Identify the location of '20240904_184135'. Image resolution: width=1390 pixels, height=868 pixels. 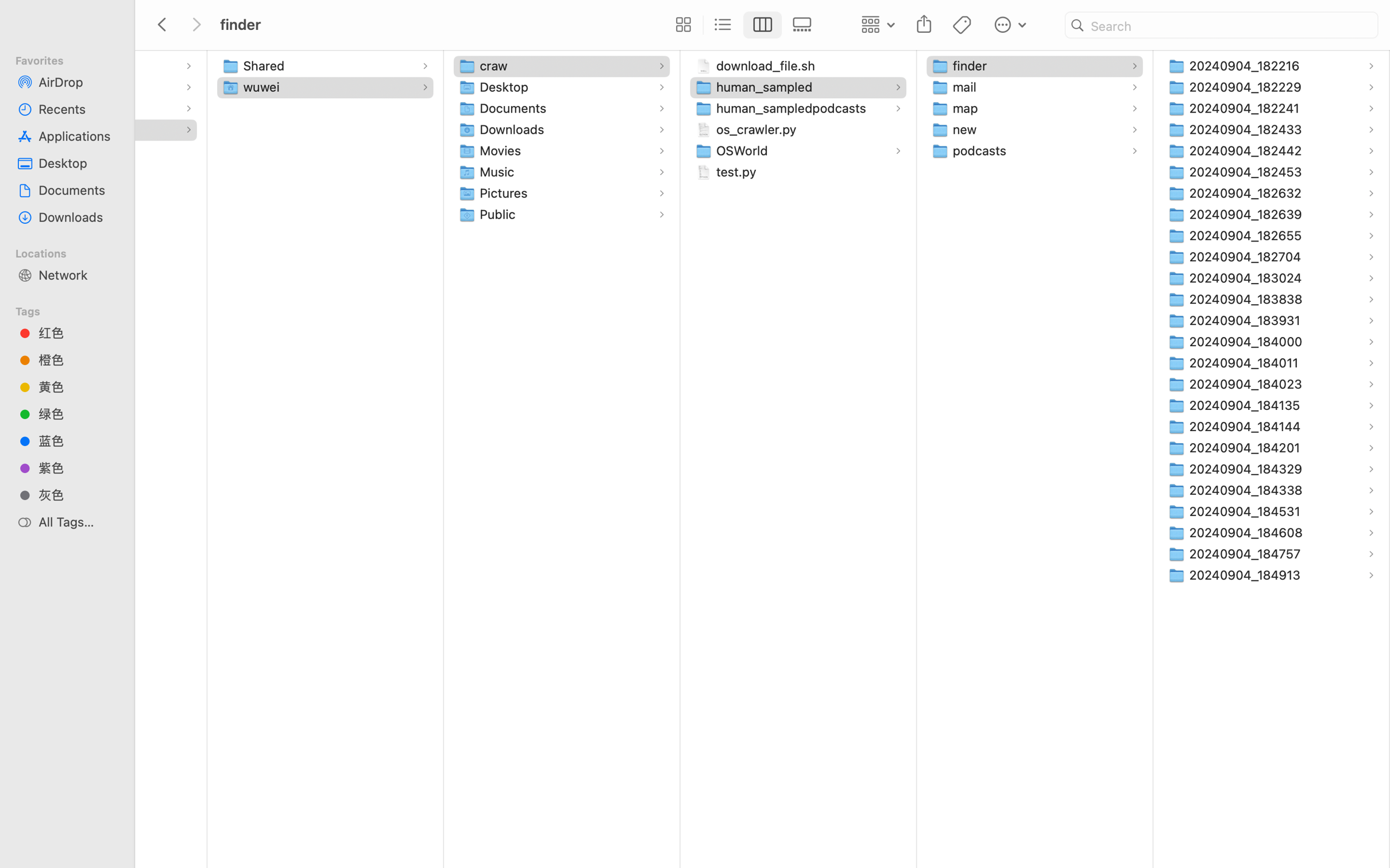
(1246, 405).